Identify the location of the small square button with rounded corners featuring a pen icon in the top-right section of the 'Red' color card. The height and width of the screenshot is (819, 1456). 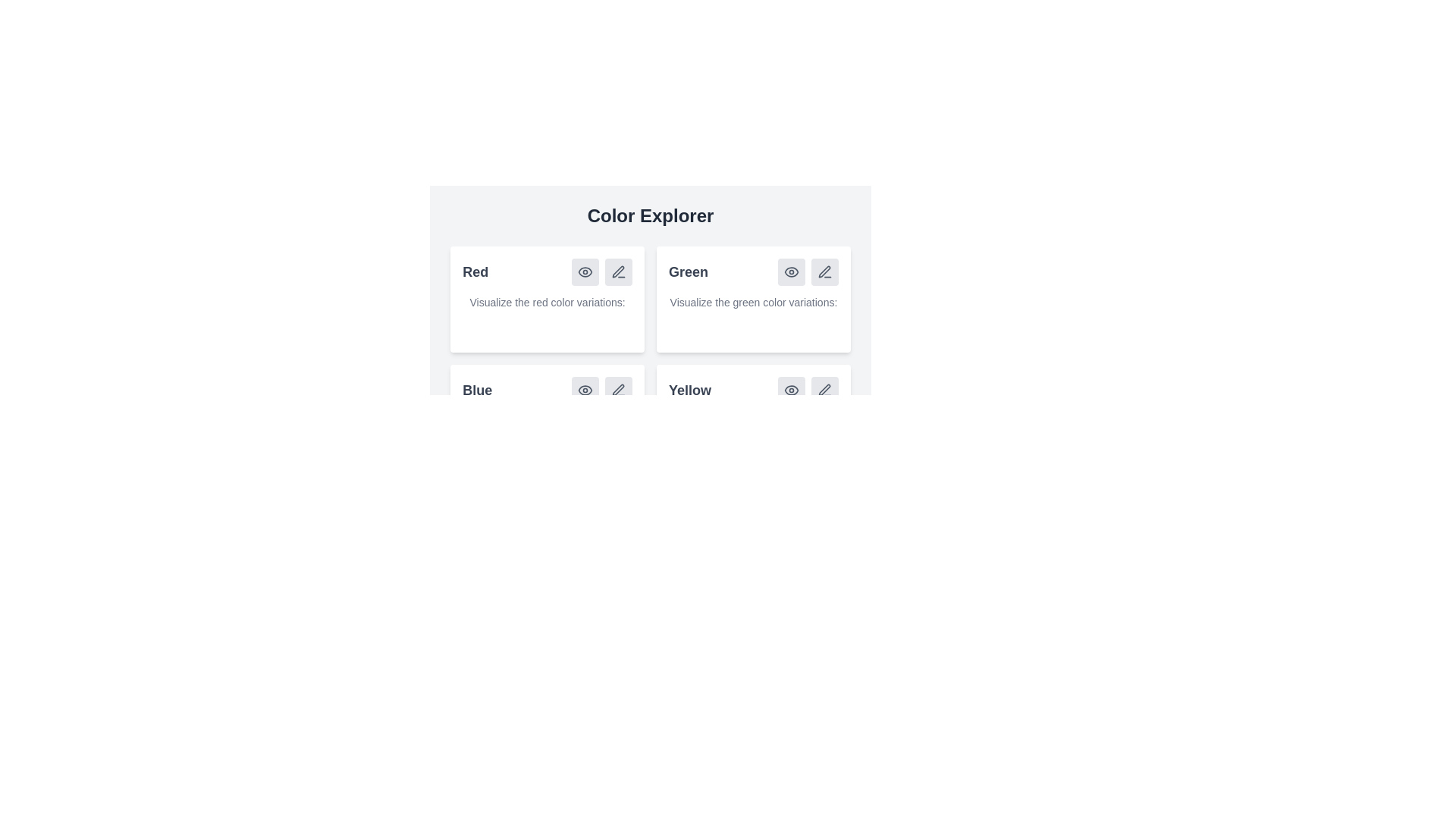
(619, 271).